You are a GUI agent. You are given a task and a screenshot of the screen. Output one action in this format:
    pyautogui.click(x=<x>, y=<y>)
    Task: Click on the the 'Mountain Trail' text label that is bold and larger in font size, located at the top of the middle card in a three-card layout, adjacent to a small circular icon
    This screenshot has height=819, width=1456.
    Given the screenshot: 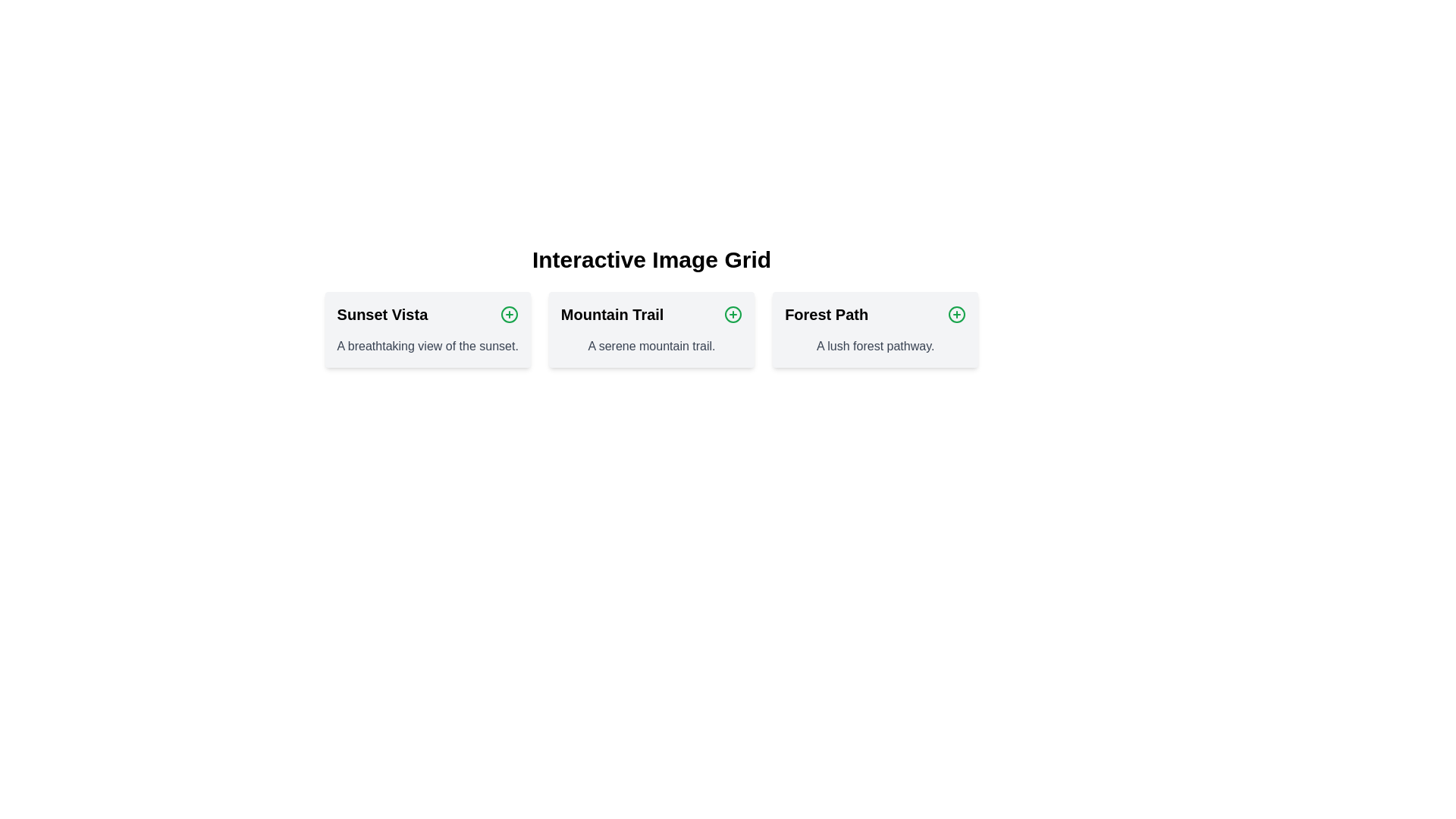 What is the action you would take?
    pyautogui.click(x=651, y=314)
    